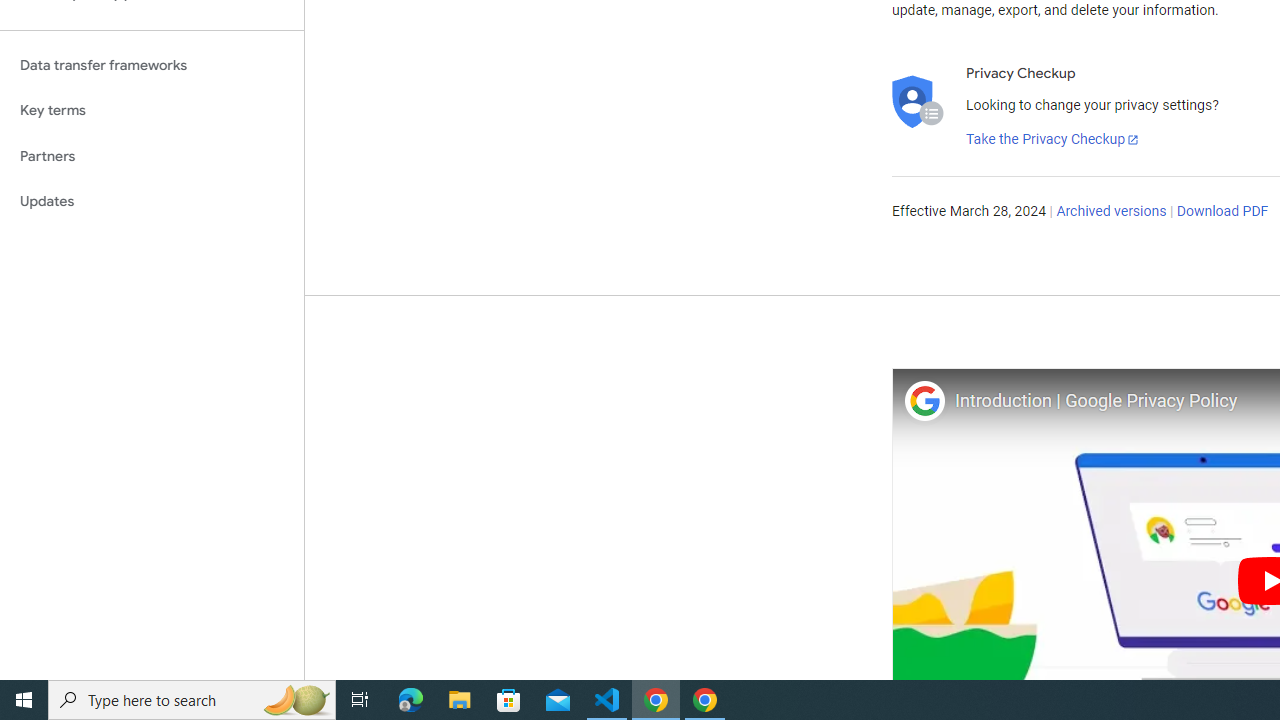 The width and height of the screenshot is (1280, 720). I want to click on 'Data transfer frameworks', so click(151, 64).